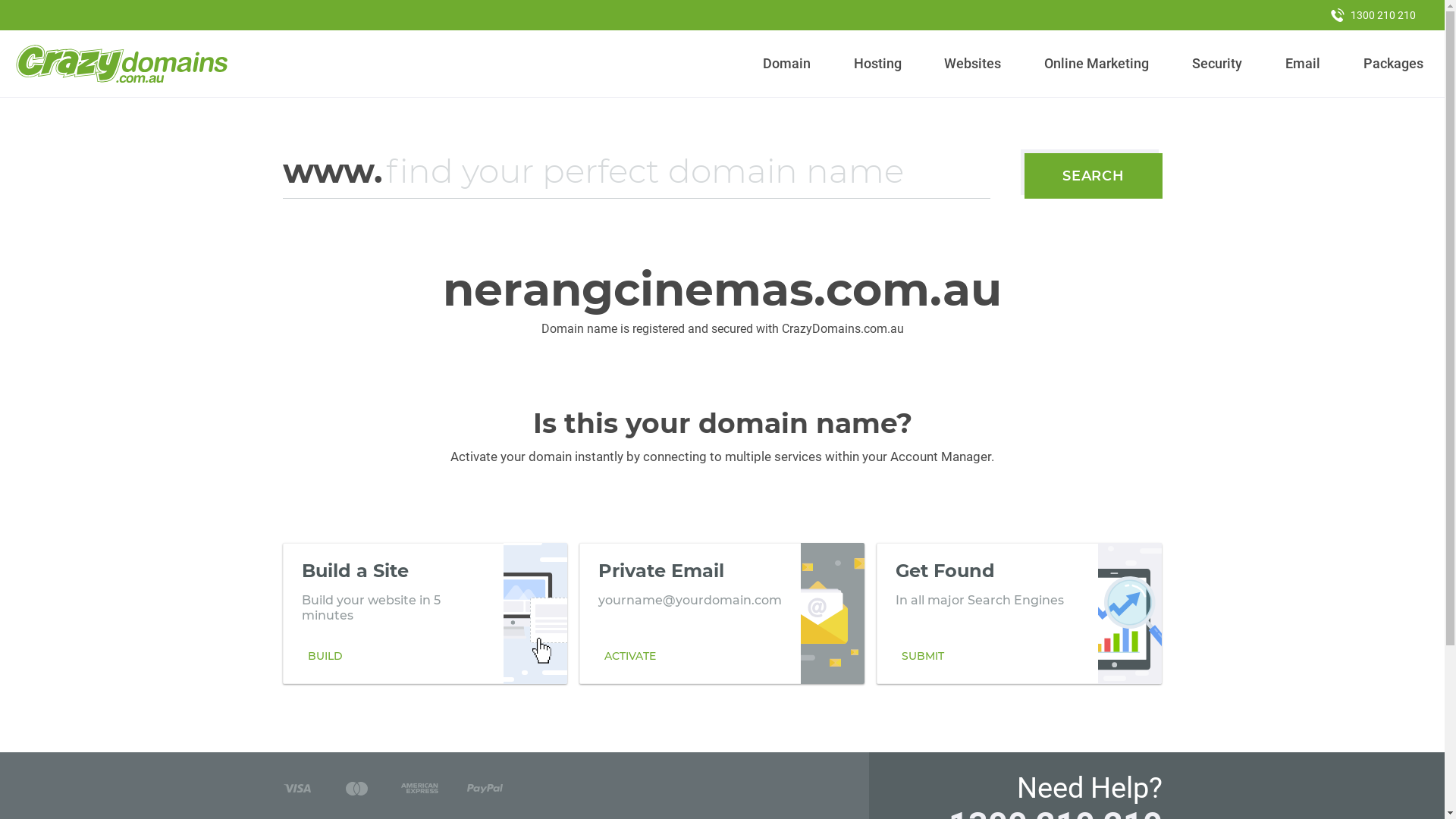  What do you see at coordinates (1393, 63) in the screenshot?
I see `'Packages'` at bounding box center [1393, 63].